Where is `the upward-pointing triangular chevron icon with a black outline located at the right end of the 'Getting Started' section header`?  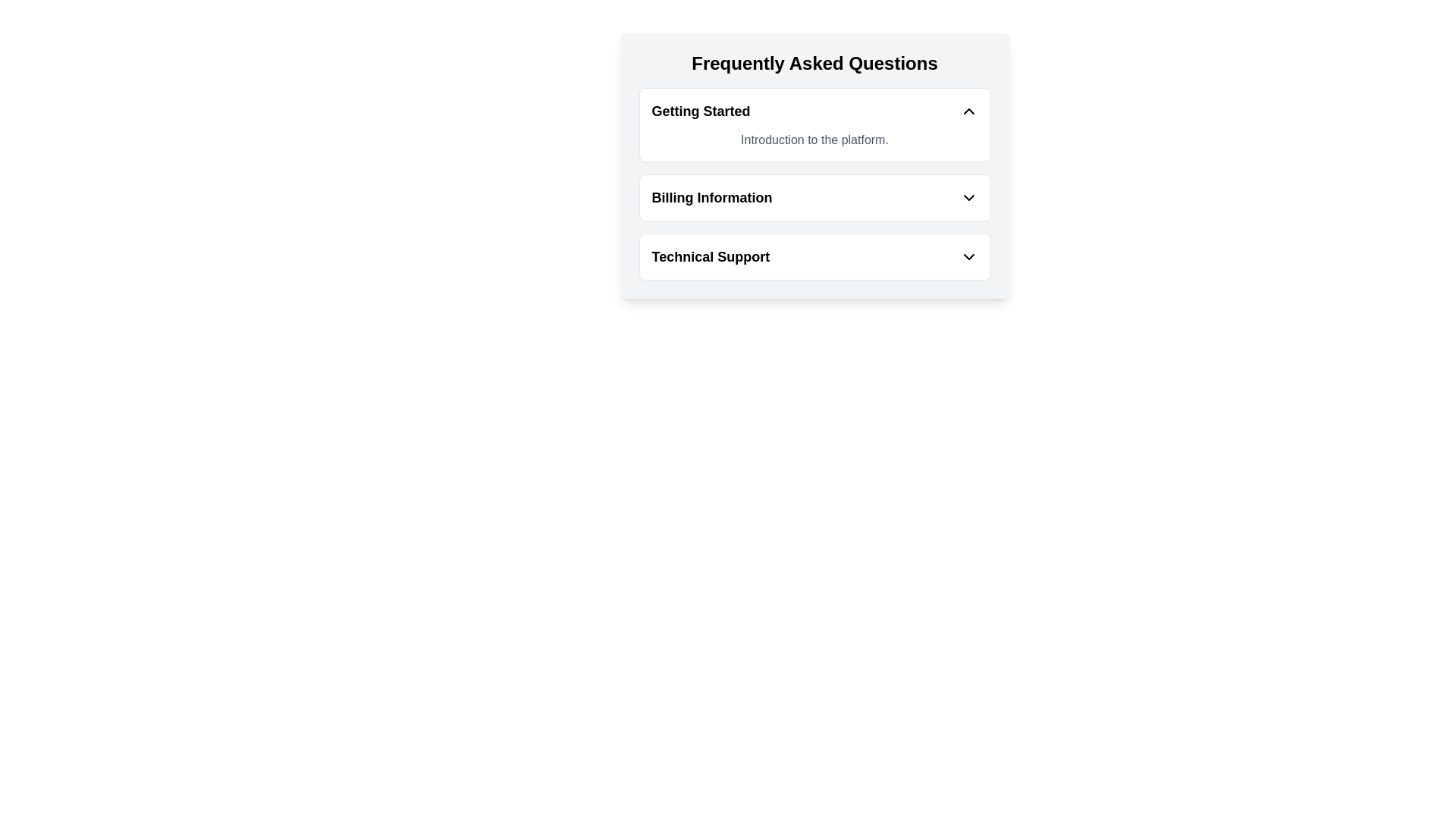 the upward-pointing triangular chevron icon with a black outline located at the right end of the 'Getting Started' section header is located at coordinates (968, 110).